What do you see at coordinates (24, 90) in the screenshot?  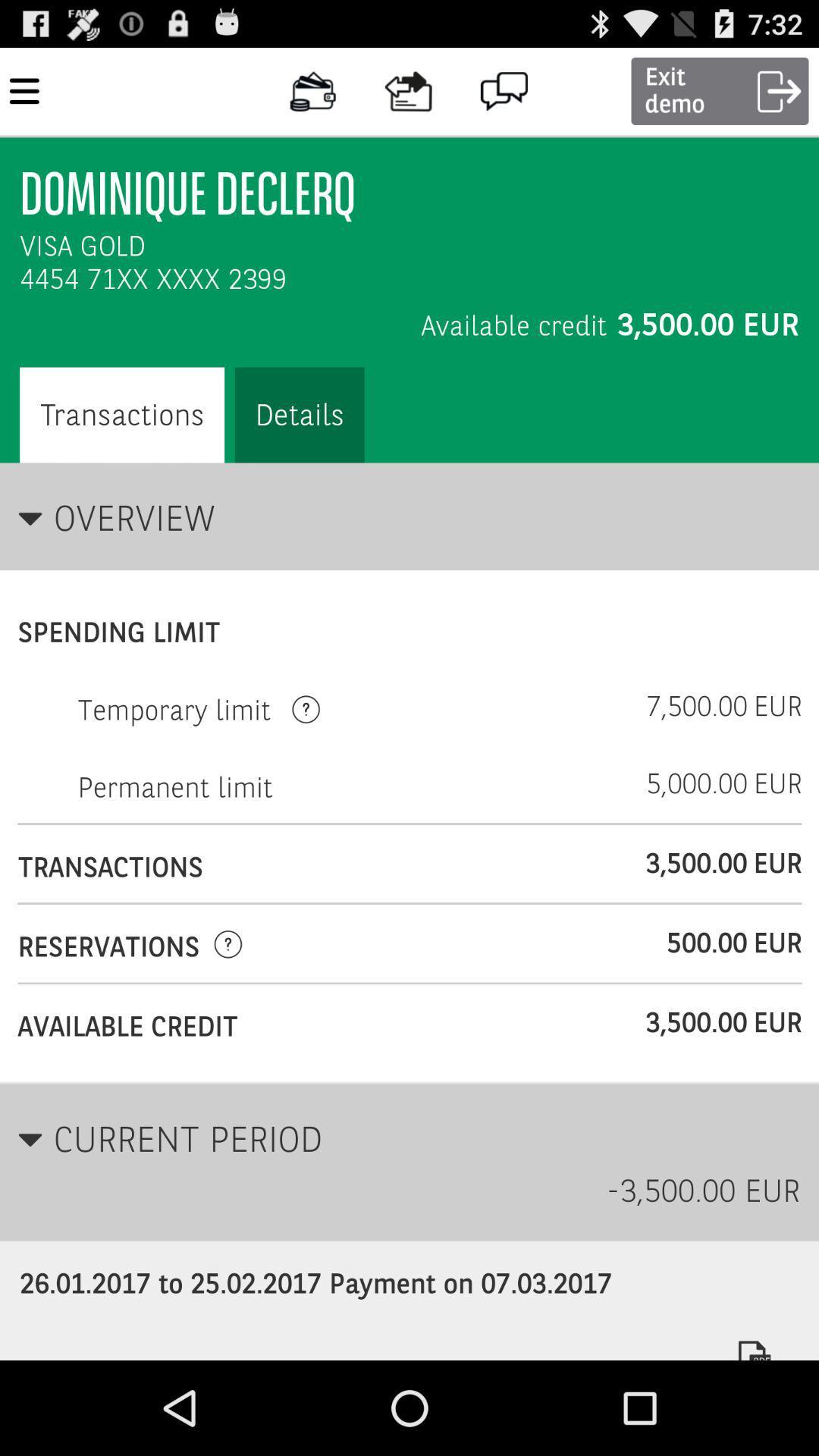 I see `the top left corner of menu bar` at bounding box center [24, 90].